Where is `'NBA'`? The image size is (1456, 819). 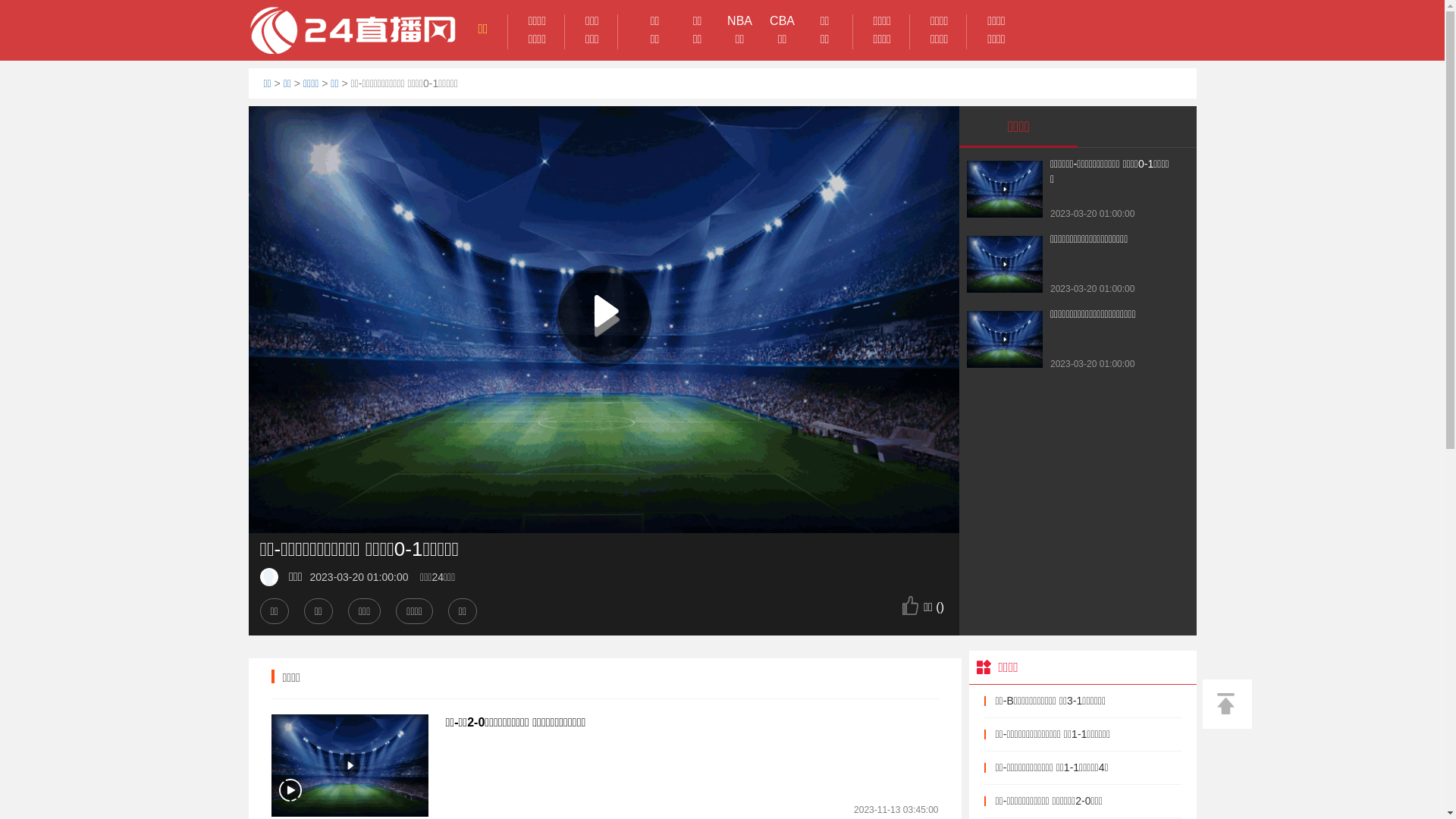
'NBA' is located at coordinates (718, 20).